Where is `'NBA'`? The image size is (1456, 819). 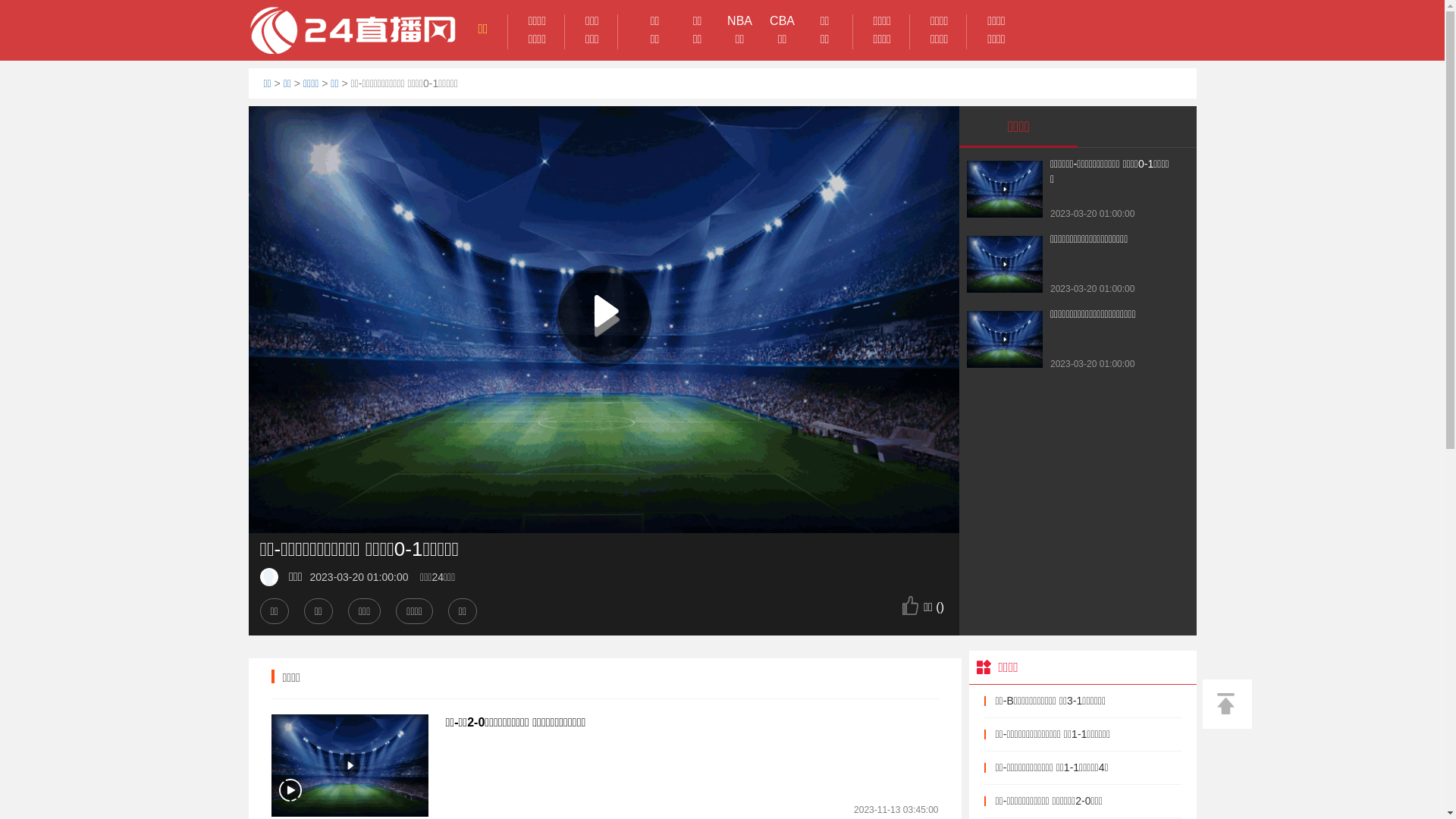
'NBA' is located at coordinates (718, 20).